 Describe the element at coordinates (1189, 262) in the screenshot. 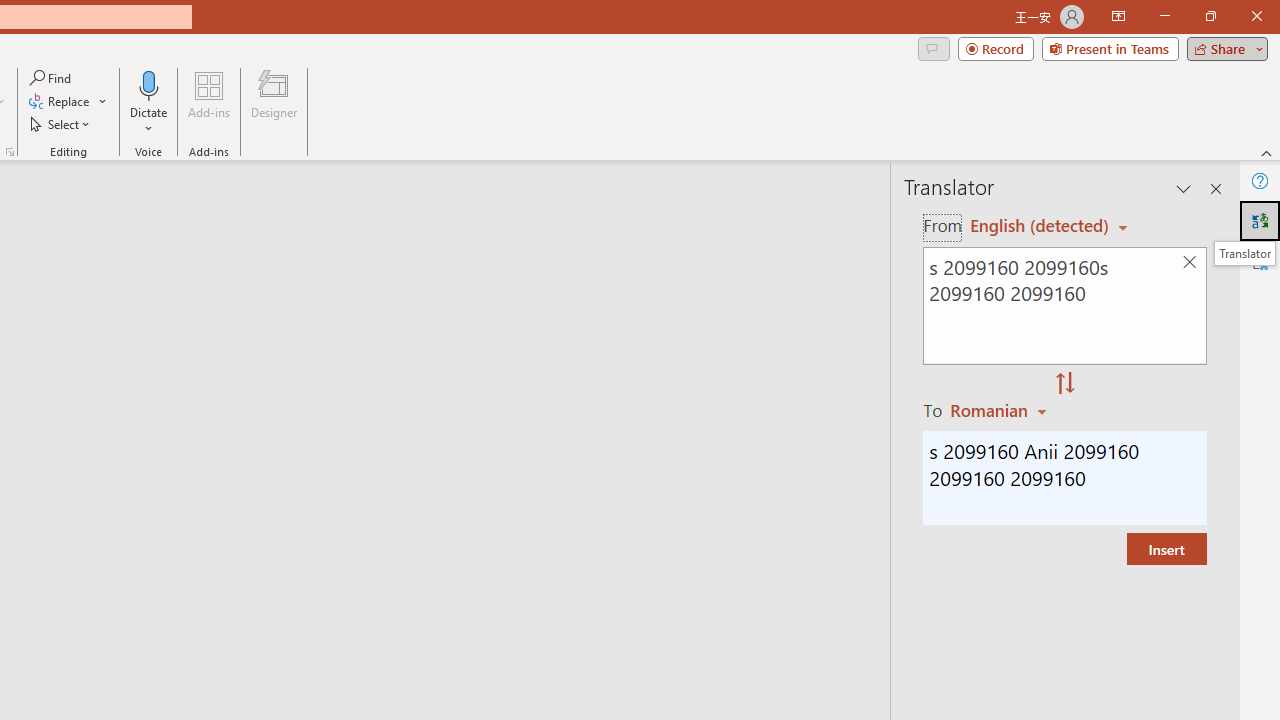

I see `'Clear text'` at that location.